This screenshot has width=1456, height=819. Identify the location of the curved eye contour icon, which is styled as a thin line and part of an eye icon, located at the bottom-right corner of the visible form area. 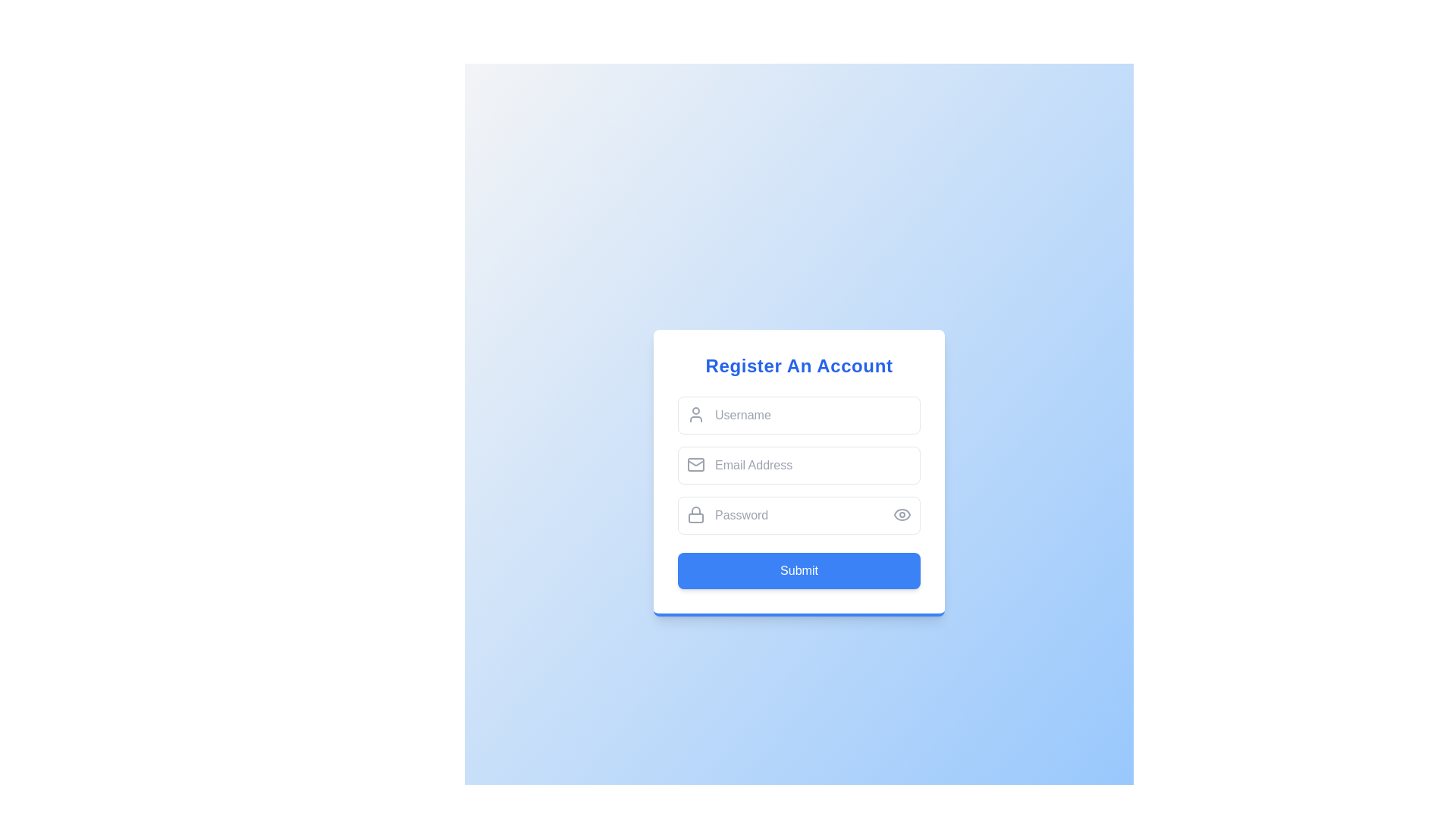
(902, 513).